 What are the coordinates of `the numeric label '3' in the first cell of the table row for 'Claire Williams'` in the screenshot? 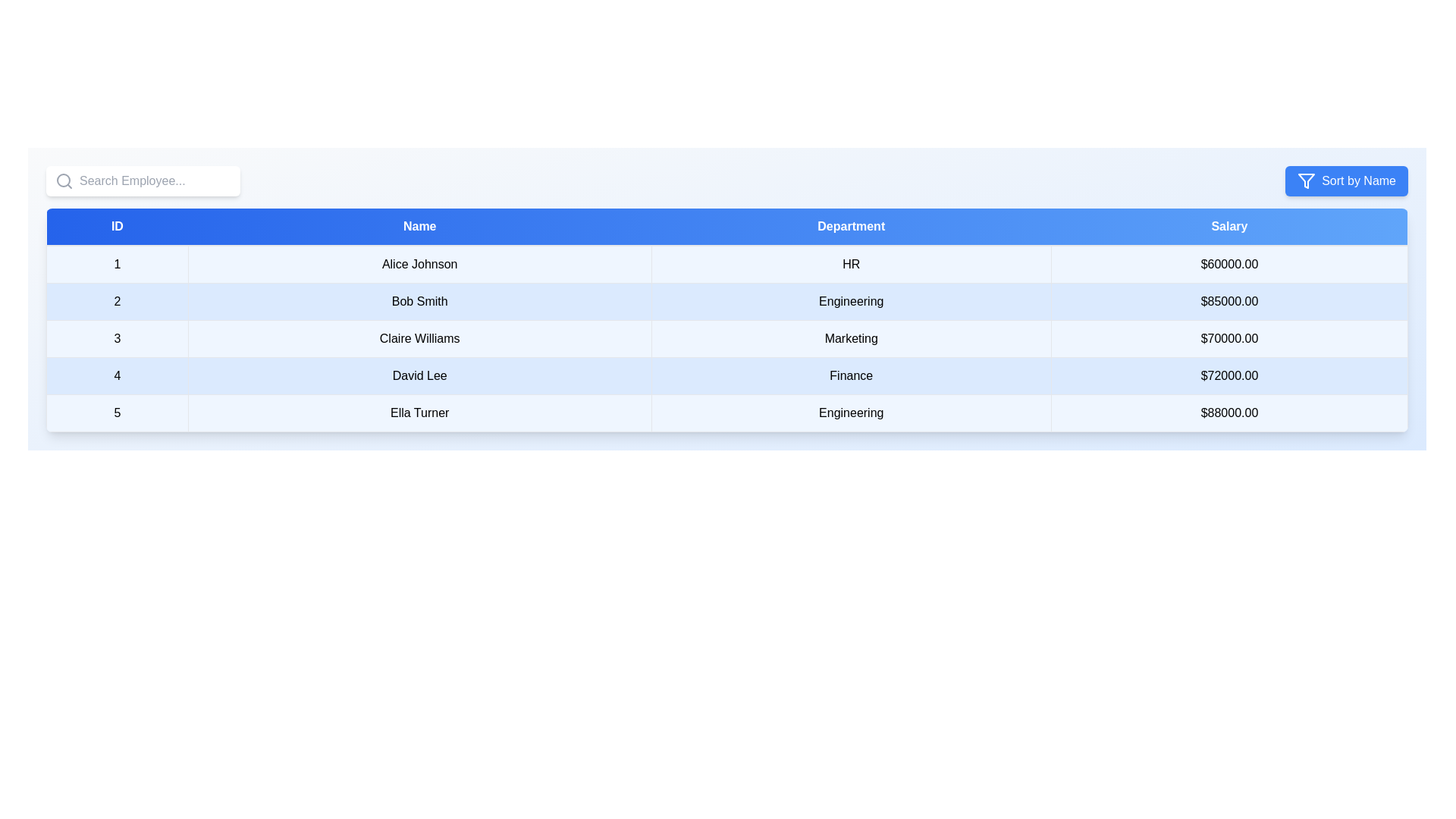 It's located at (116, 338).